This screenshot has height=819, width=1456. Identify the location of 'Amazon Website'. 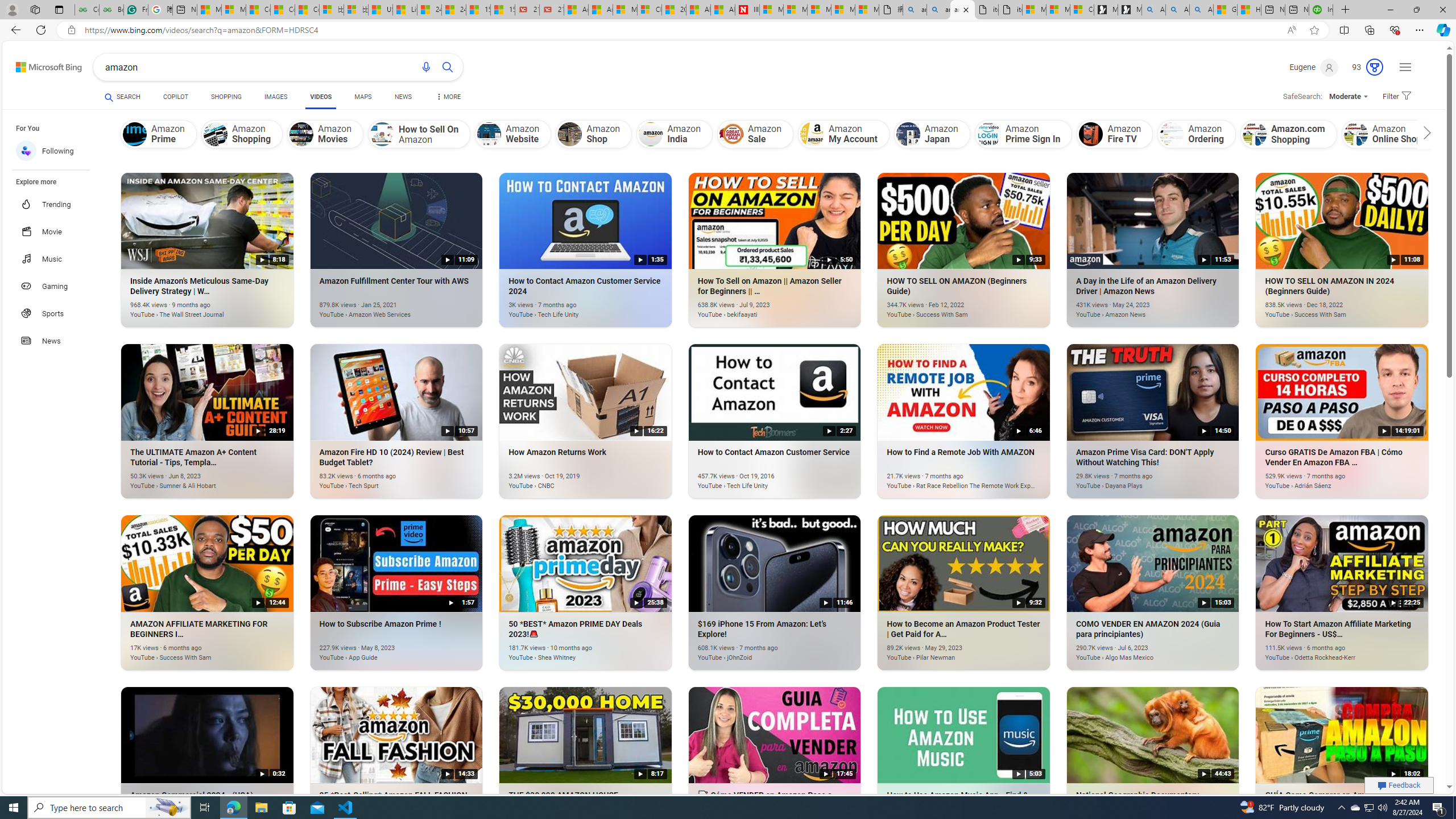
(489, 133).